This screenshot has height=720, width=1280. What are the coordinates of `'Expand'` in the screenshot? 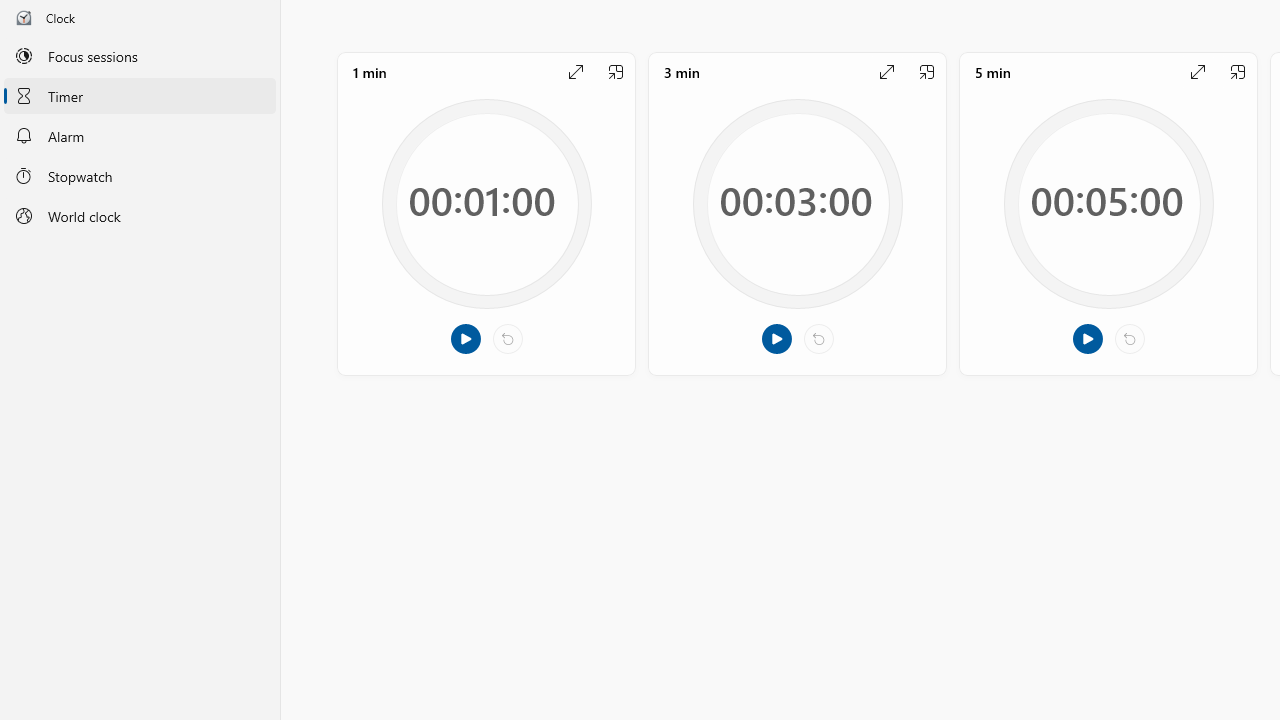 It's located at (1197, 71).